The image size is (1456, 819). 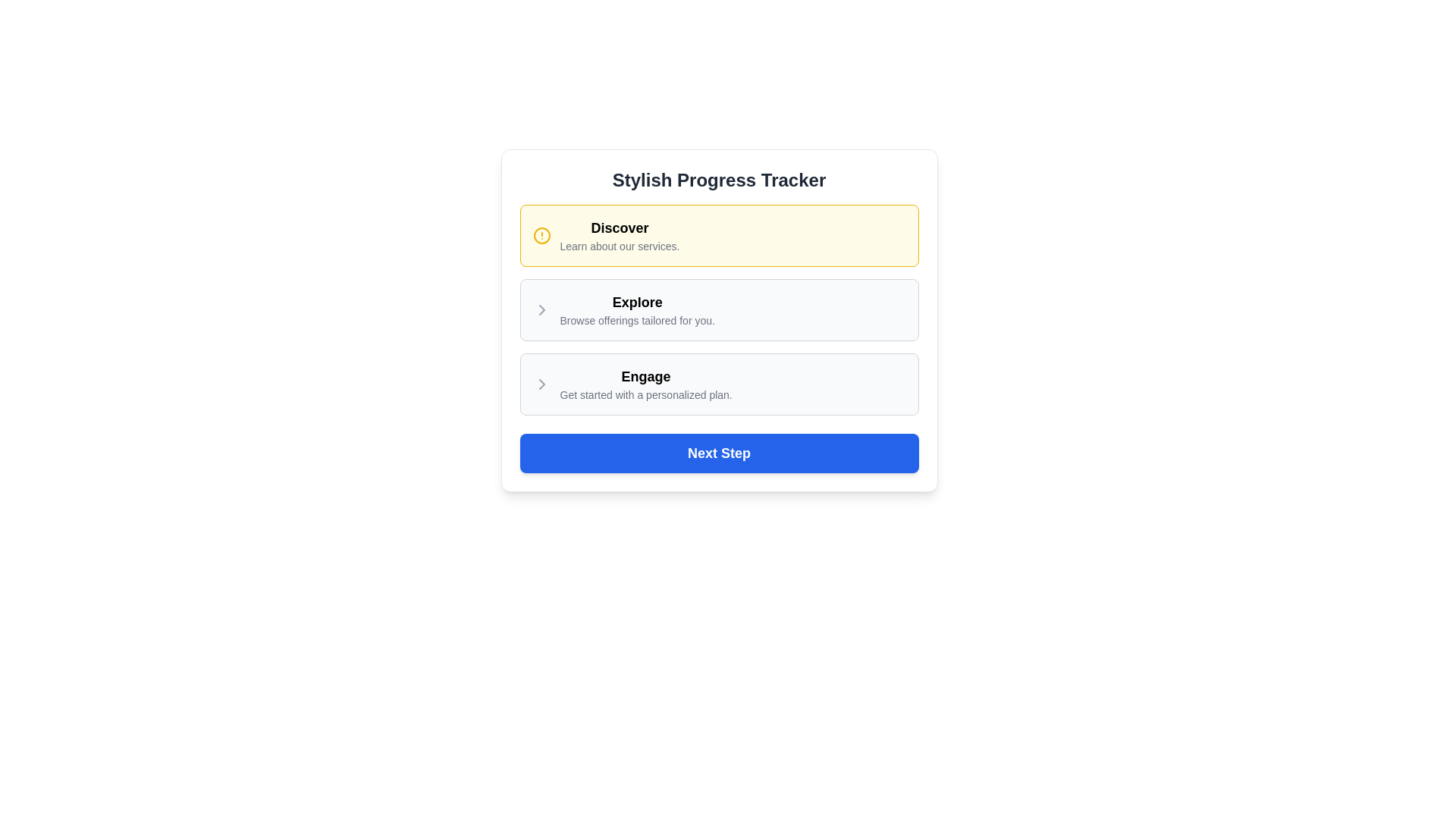 What do you see at coordinates (620, 227) in the screenshot?
I see `the 'Discover' text label, which is styled in bold and larger font on a creamy yellow background, located at the top of the item card` at bounding box center [620, 227].